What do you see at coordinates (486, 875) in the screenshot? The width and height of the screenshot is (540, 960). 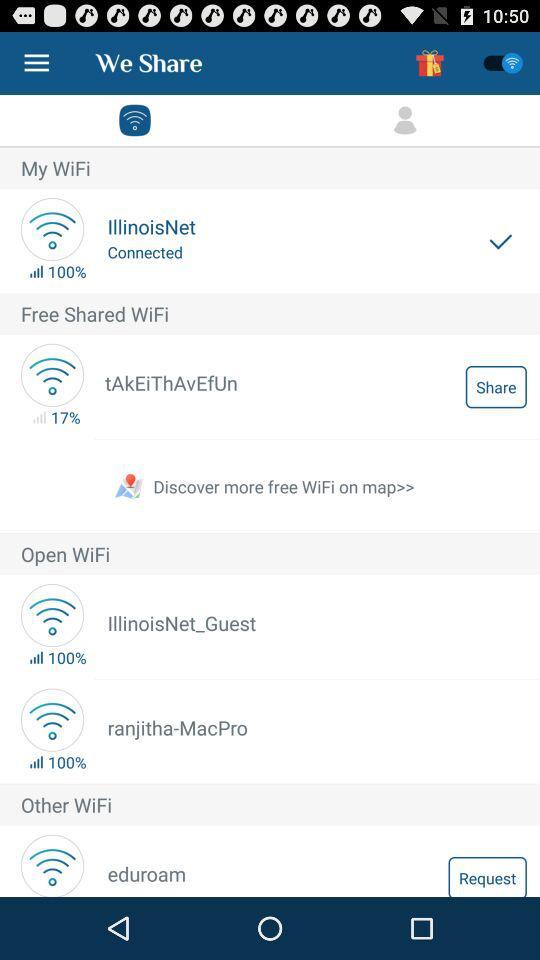 I see `request at the bottom right corner` at bounding box center [486, 875].